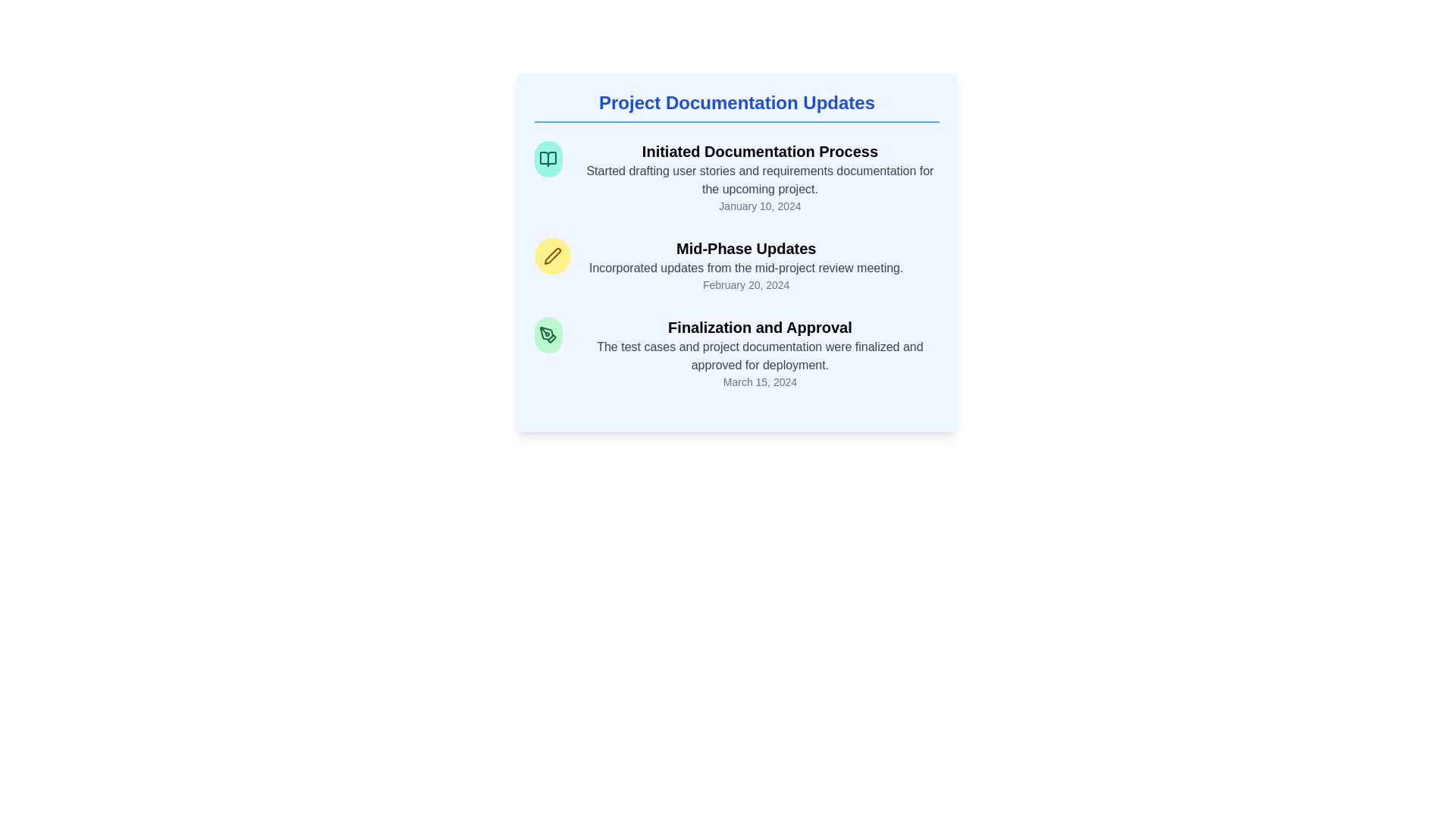 The width and height of the screenshot is (1456, 819). What do you see at coordinates (548, 158) in the screenshot?
I see `the right page of the teal opened book icon located next to the 'Initiated Documentation Process' title` at bounding box center [548, 158].